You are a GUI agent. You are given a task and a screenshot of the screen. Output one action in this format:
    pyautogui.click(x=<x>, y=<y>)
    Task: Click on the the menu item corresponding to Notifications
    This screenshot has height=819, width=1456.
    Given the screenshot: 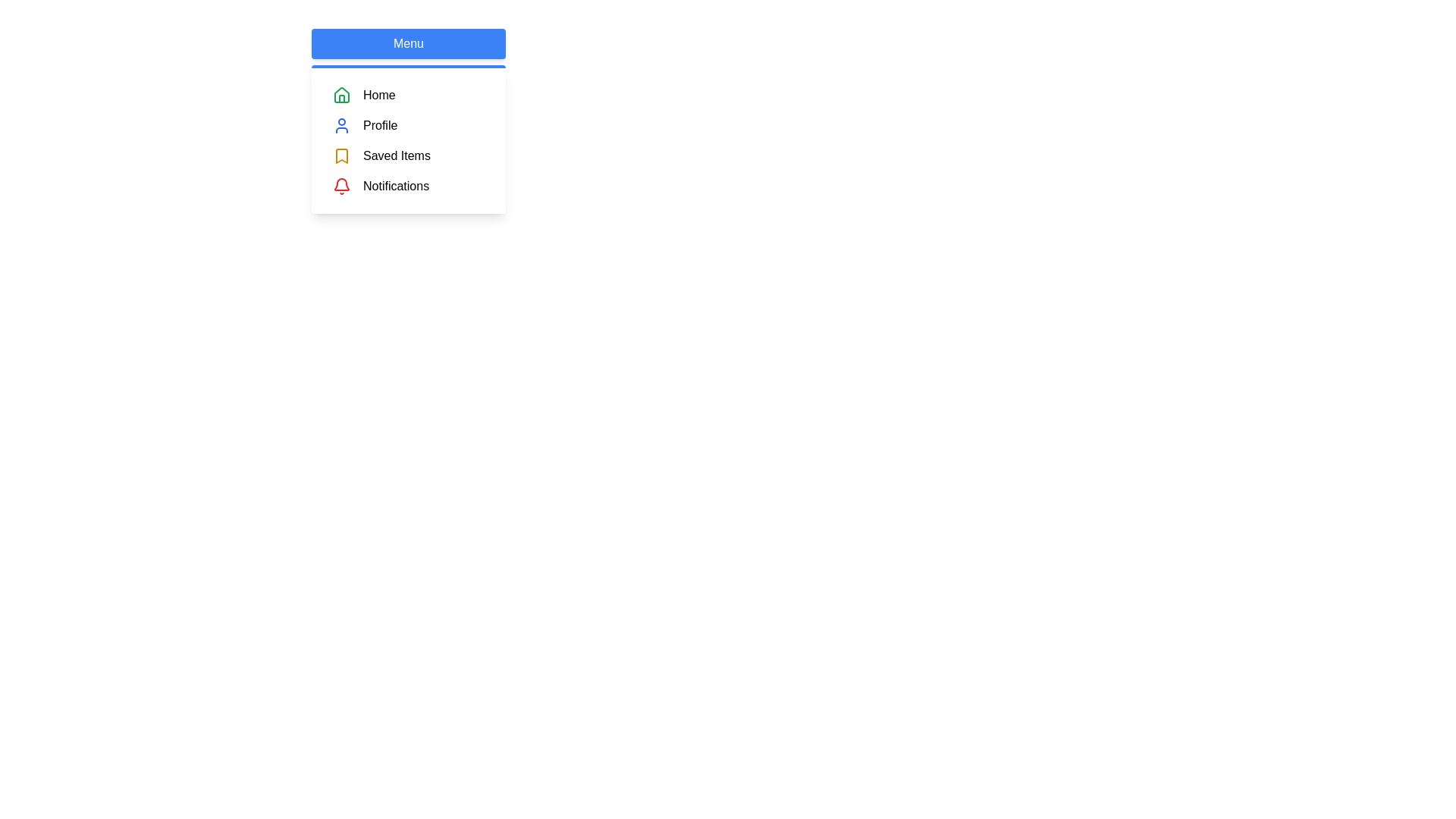 What is the action you would take?
    pyautogui.click(x=331, y=186)
    